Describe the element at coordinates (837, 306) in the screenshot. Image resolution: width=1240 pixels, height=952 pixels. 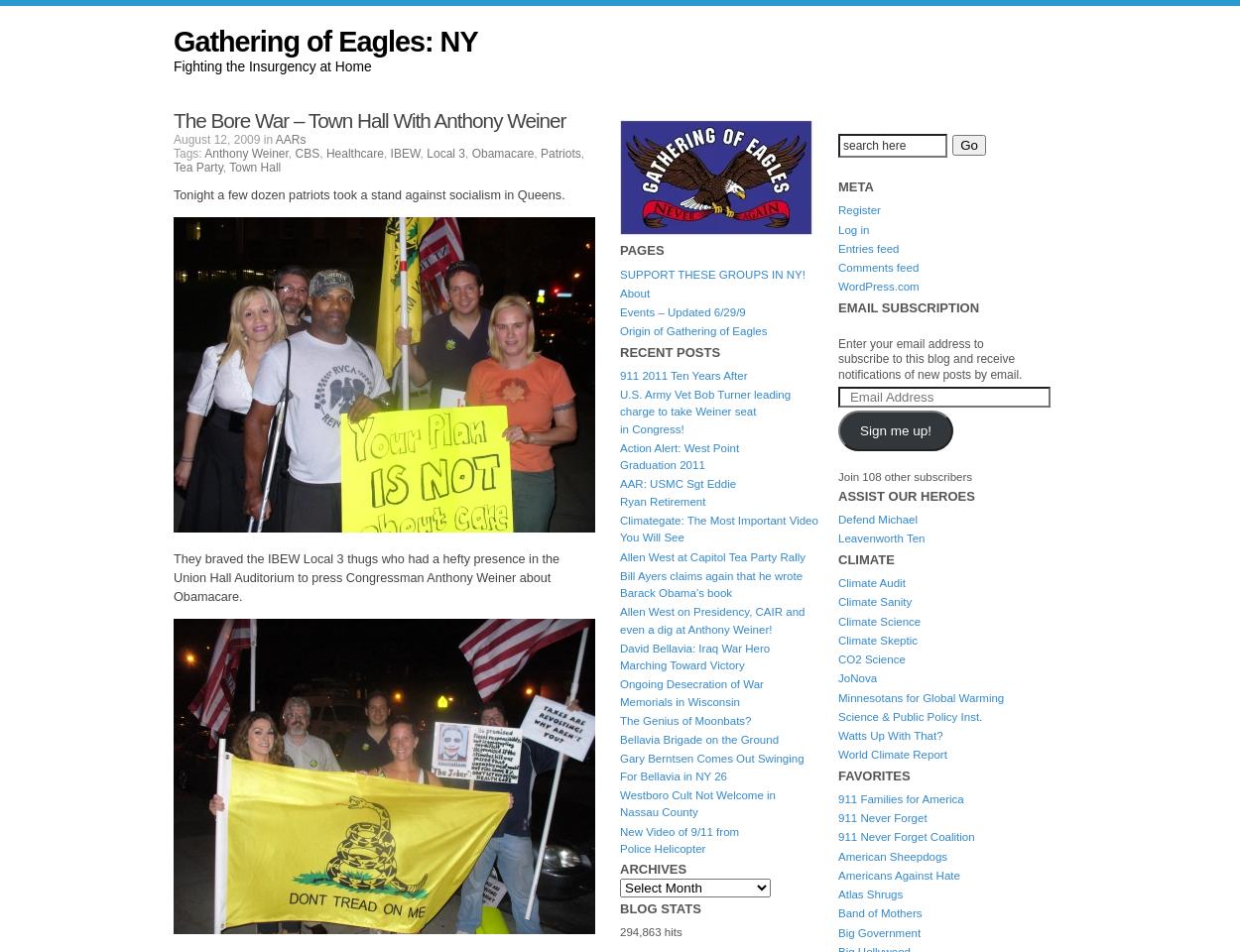
I see `'Email Subscription'` at that location.